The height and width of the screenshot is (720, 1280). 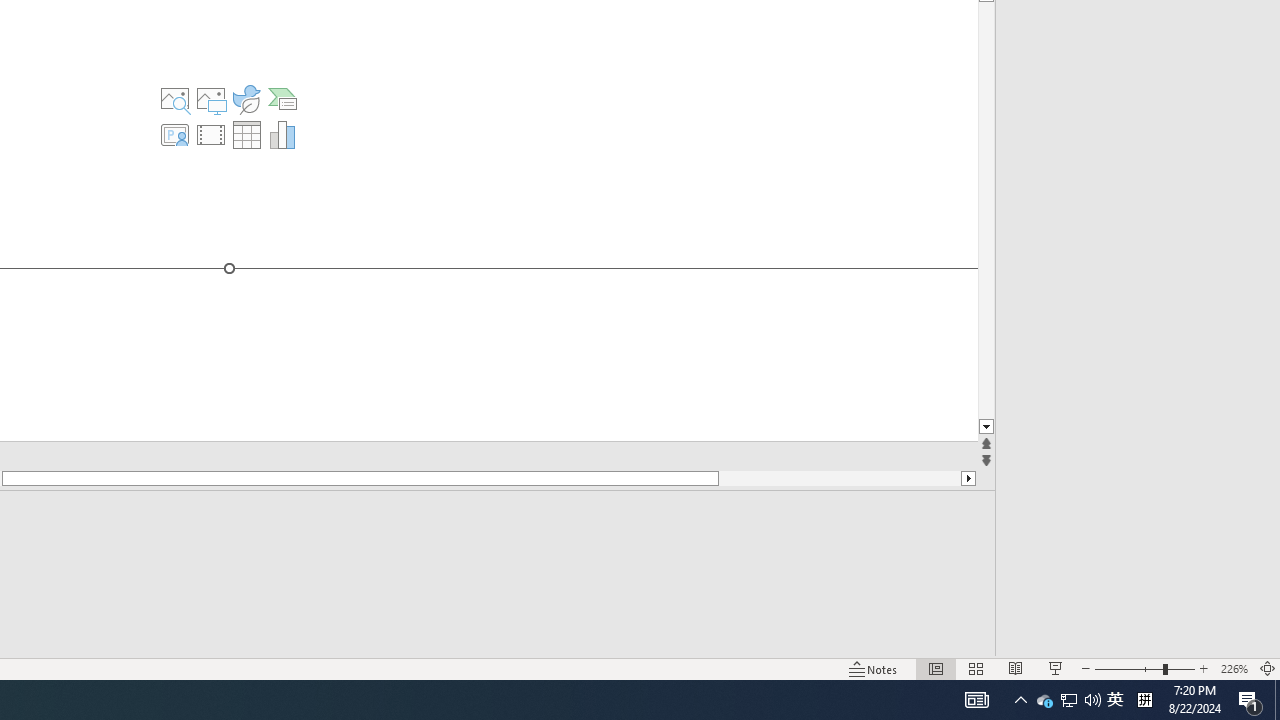 I want to click on 'Insert Table', so click(x=245, y=135).